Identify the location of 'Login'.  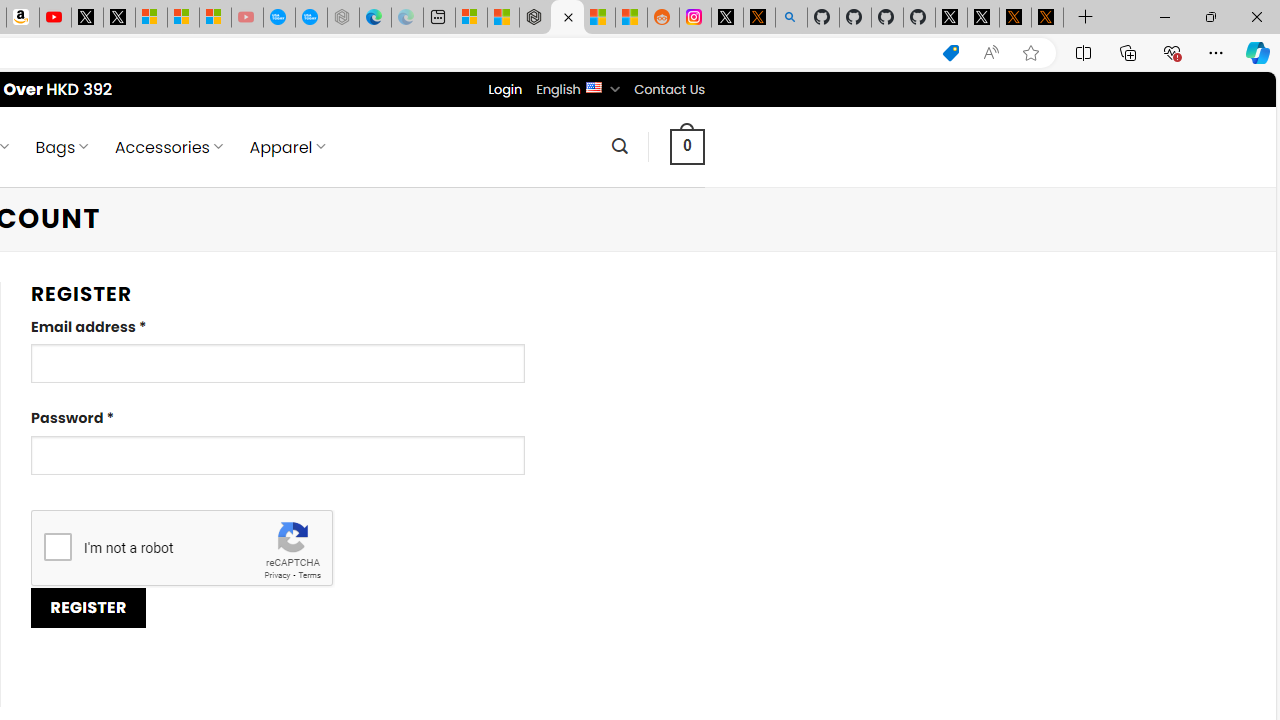
(505, 88).